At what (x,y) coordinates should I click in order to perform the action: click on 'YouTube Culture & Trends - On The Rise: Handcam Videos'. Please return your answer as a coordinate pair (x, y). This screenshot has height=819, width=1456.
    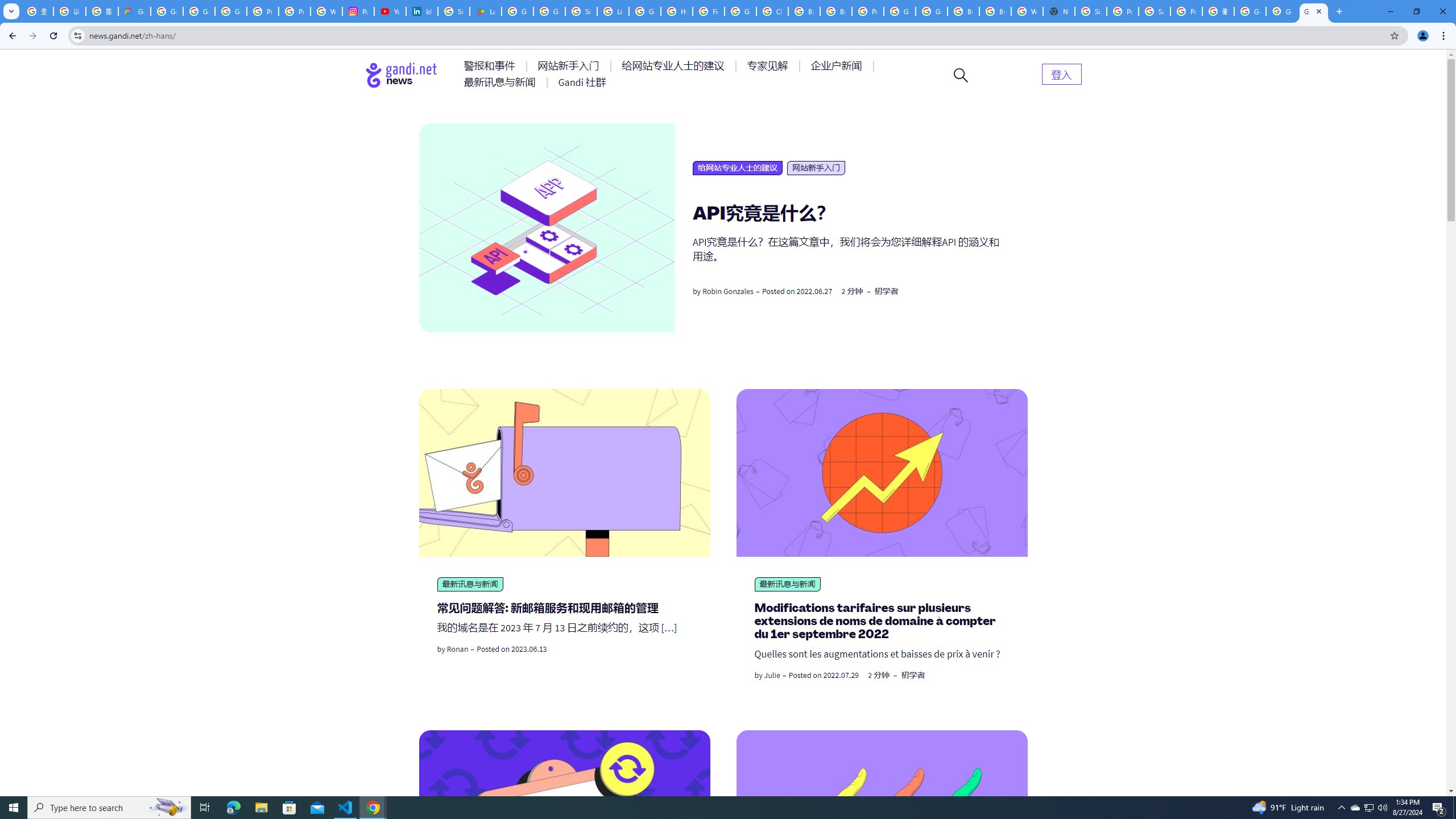
    Looking at the image, I should click on (390, 11).